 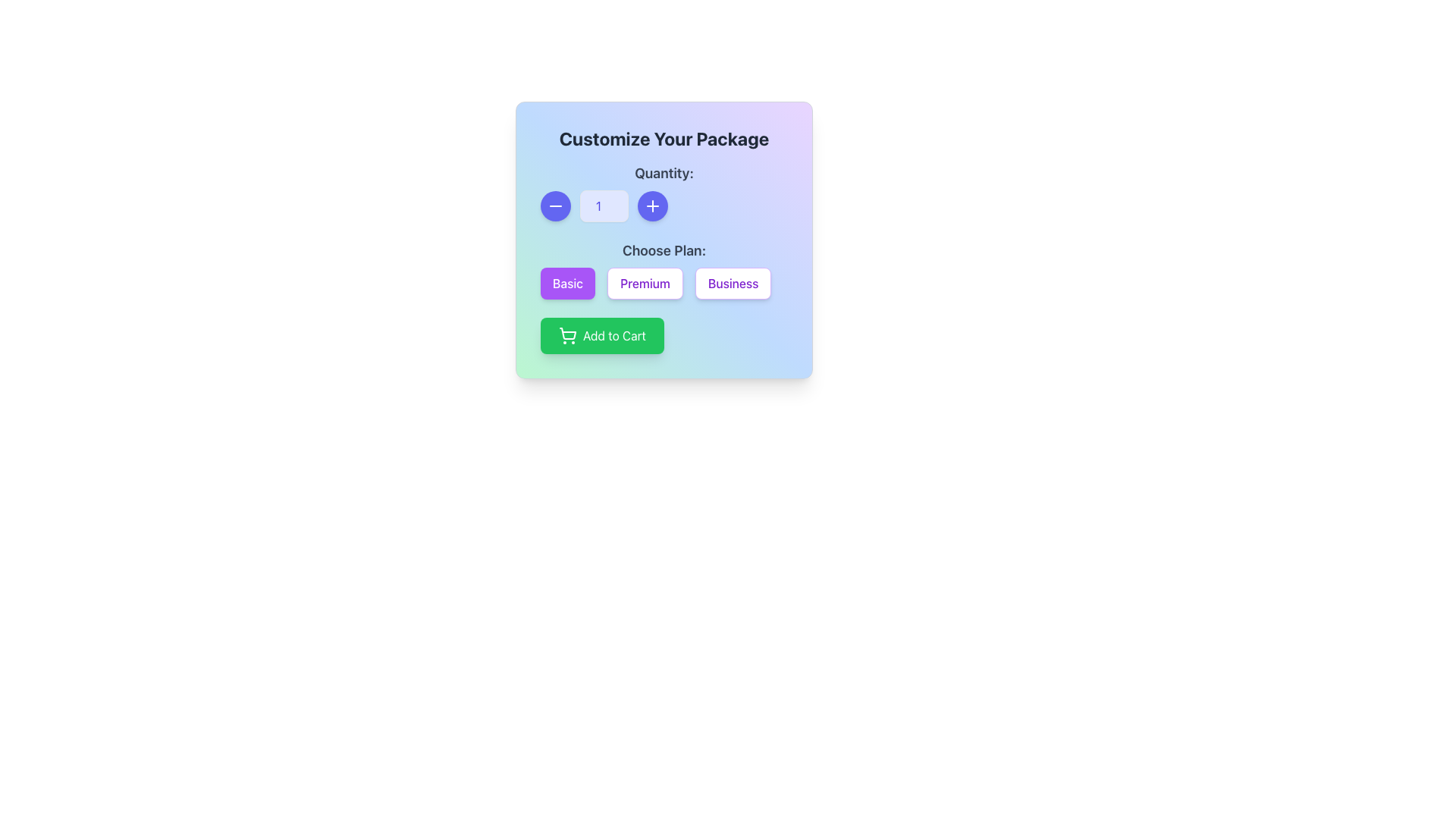 What do you see at coordinates (652, 206) in the screenshot?
I see `the circular button with a filled indigo background and a white plus icon` at bounding box center [652, 206].